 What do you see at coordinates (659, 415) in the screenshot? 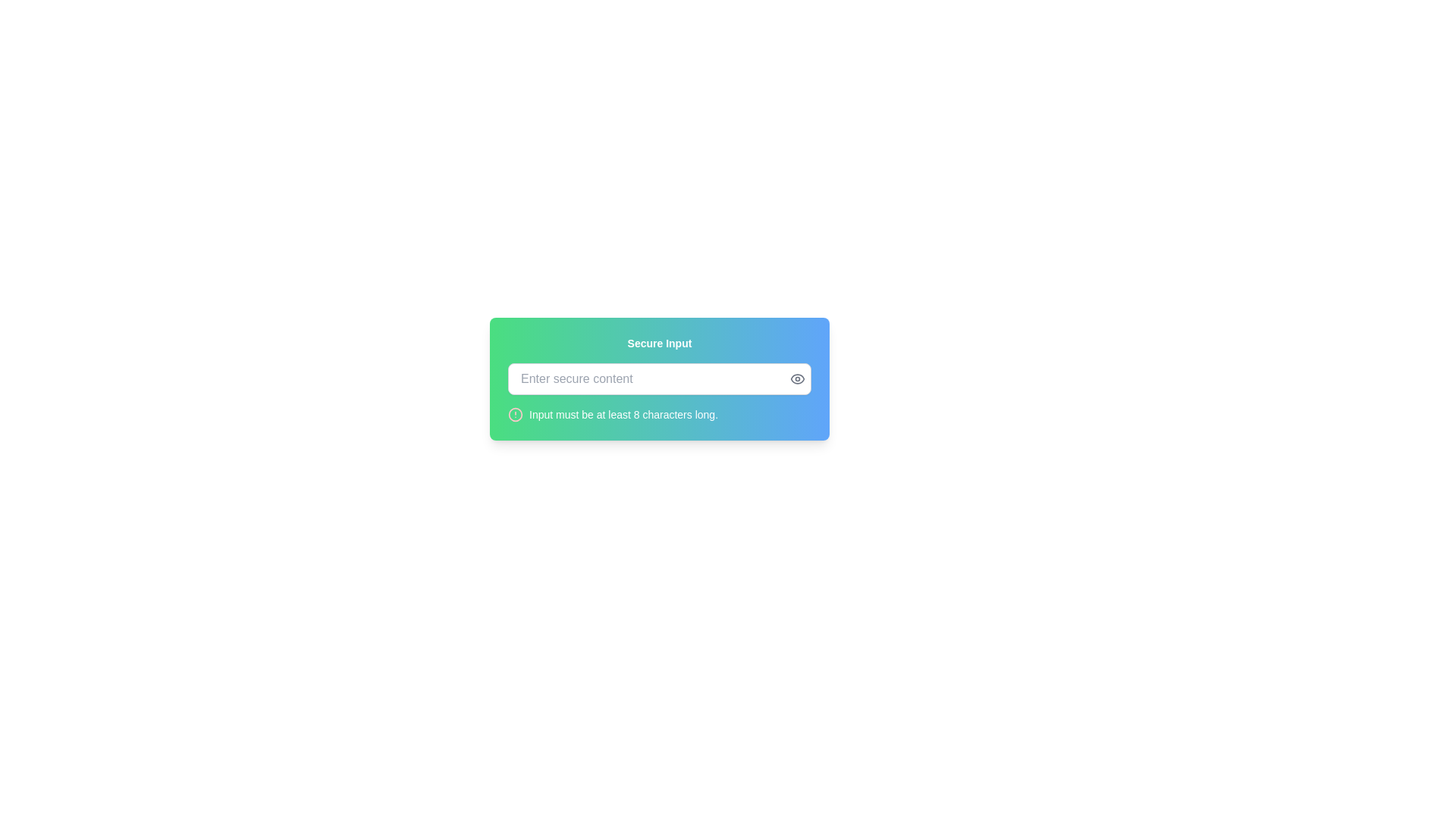
I see `validation message displayed in the Informational Text with Icon located immediately below the 'Secure Input' input field` at bounding box center [659, 415].